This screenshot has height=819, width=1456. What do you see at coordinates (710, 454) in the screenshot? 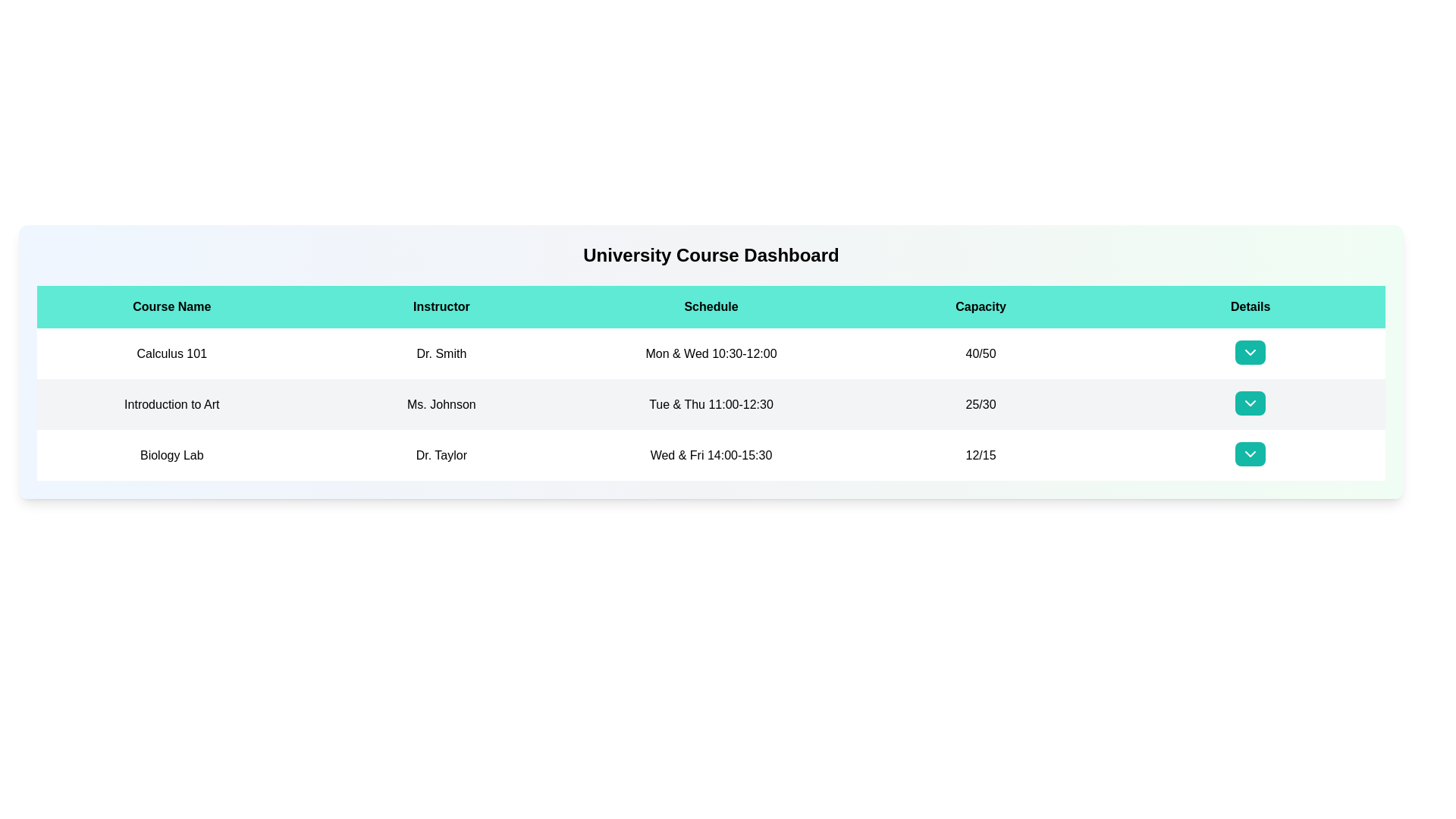
I see `text information from the third row of the table that contains course details for 'Biology Lab', including 'Biology Lab', 'Dr. Taylor', 'Wed & Fri 14:00-15:30', and '12/15'` at bounding box center [710, 454].